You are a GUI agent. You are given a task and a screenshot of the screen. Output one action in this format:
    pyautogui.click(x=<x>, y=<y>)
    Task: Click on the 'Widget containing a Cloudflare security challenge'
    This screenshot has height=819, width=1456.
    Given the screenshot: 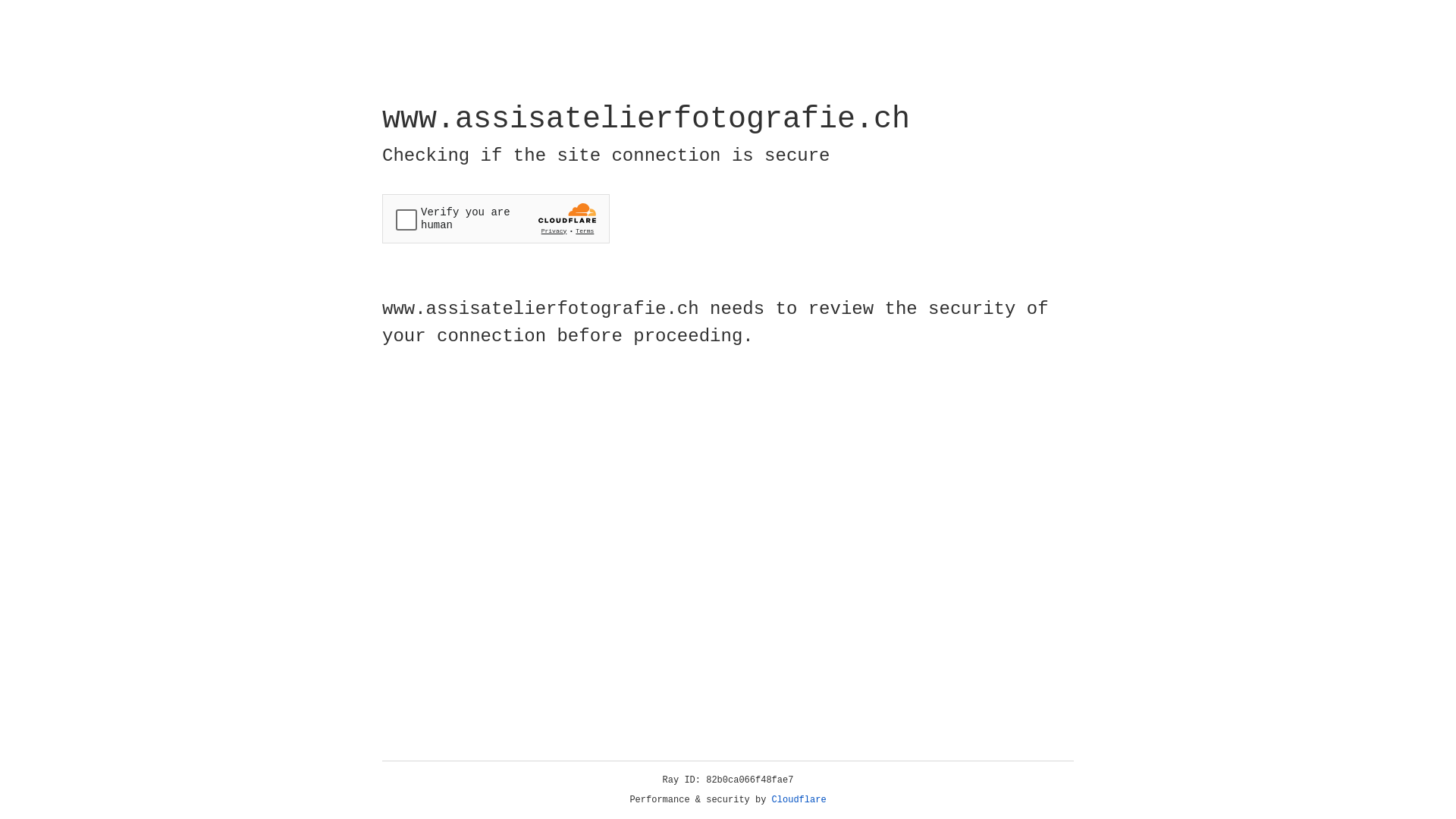 What is the action you would take?
    pyautogui.click(x=495, y=218)
    